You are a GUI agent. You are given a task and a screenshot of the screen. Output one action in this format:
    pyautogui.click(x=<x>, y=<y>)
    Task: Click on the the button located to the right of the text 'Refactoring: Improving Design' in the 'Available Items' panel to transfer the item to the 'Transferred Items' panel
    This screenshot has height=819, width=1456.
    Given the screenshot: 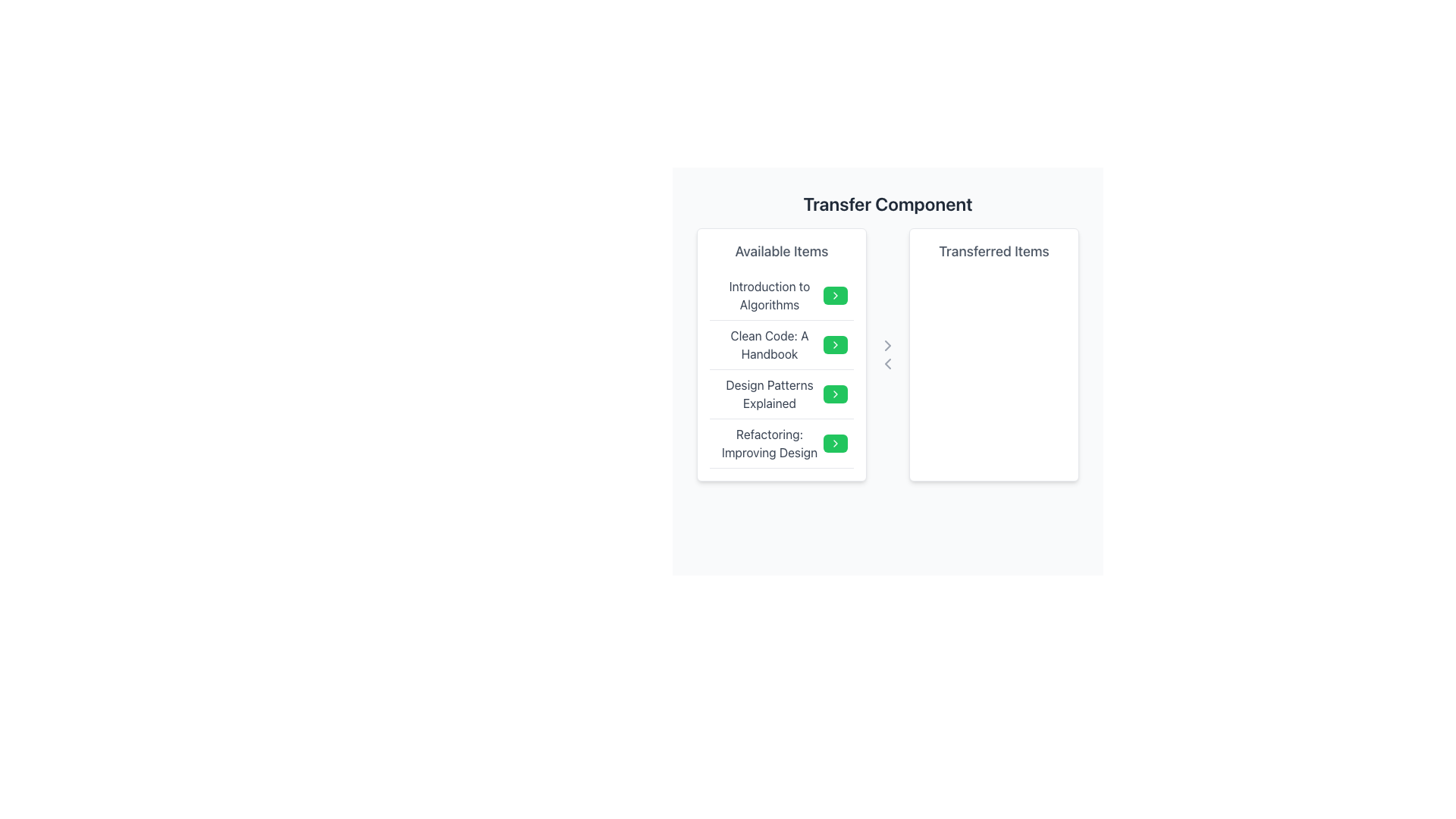 What is the action you would take?
    pyautogui.click(x=835, y=444)
    